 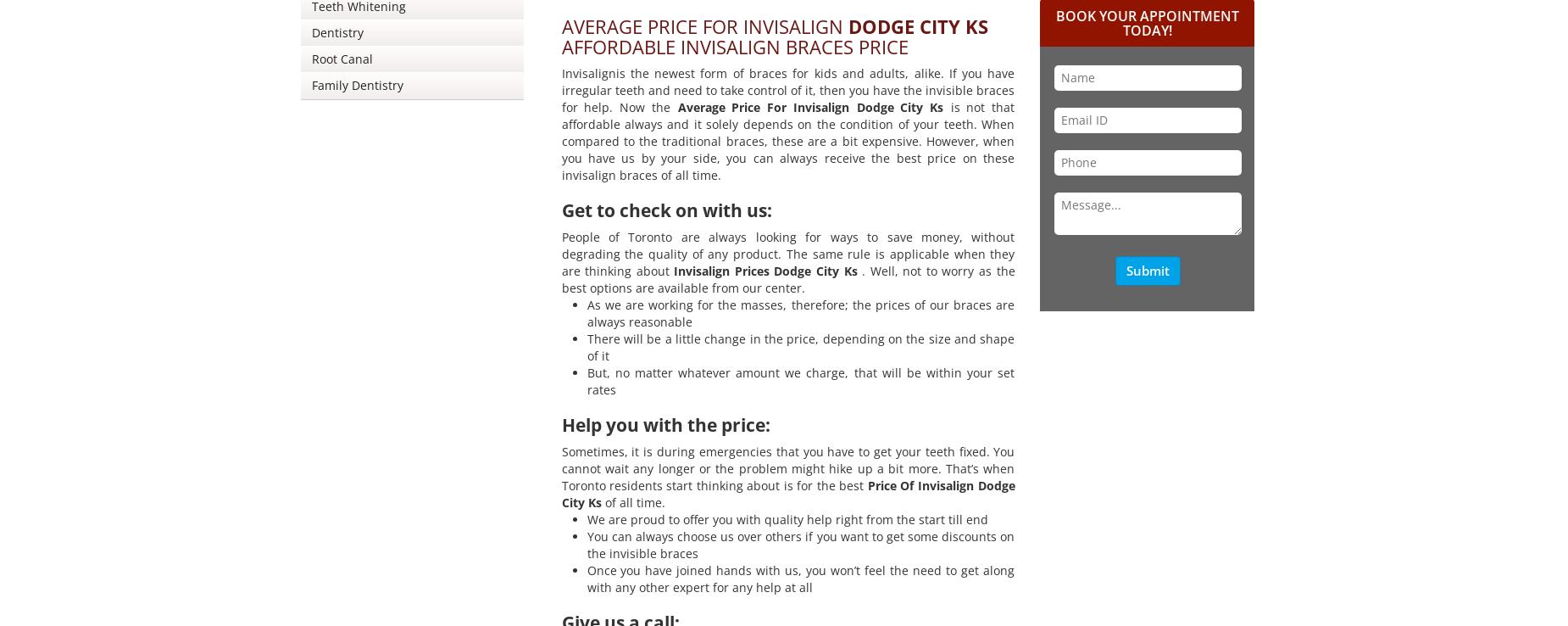 I want to click on 'People of Toronto are always looking for ways to save money, without degrading the quality of any product. The same rule is applicable when they are thinking about', so click(x=560, y=253).